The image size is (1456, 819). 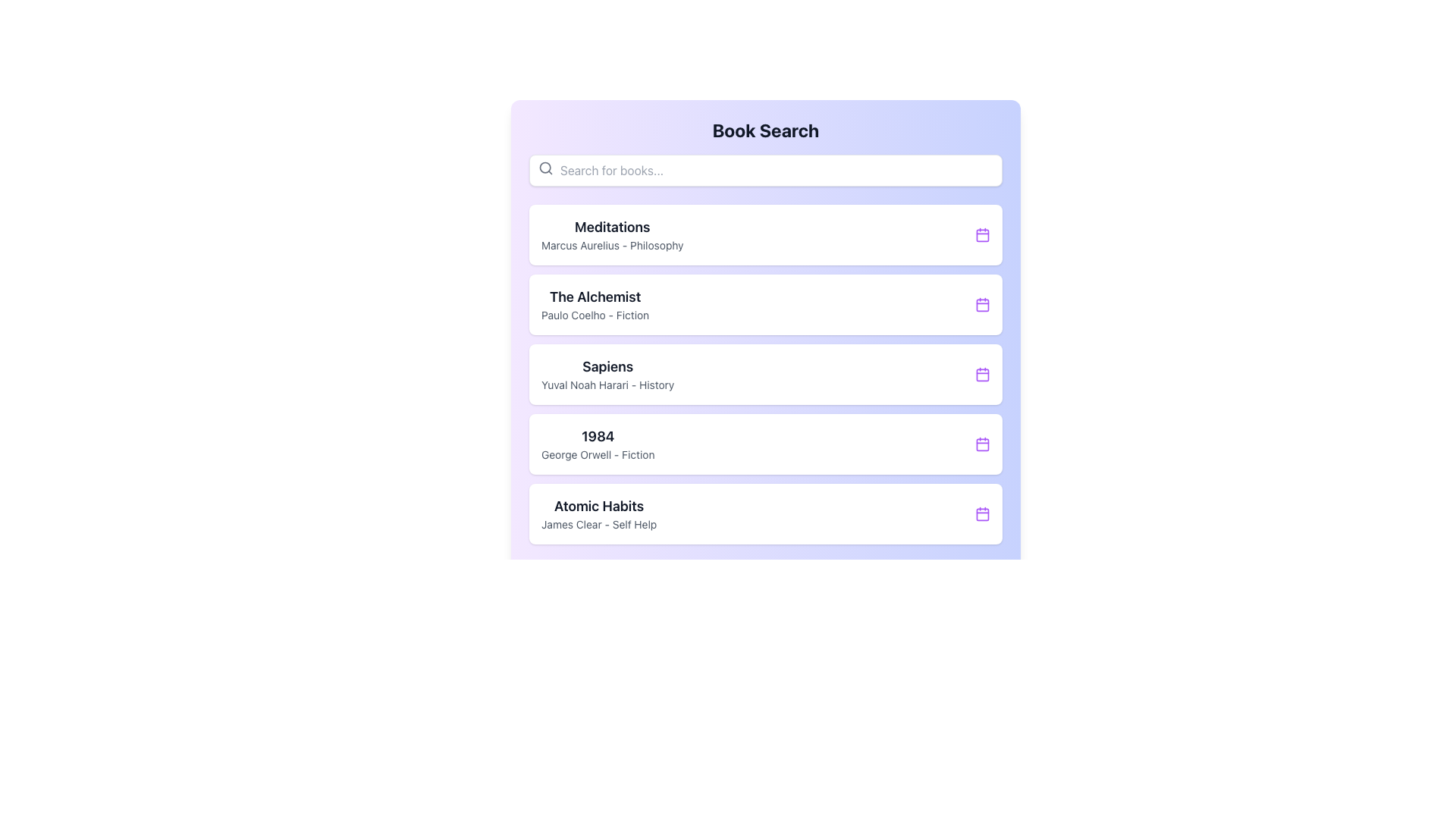 I want to click on the text label displaying 'Yuval Noah Harari - History', which is located beneath the title 'Sapiens' in the third card from the top of the vertical list, so click(x=607, y=384).